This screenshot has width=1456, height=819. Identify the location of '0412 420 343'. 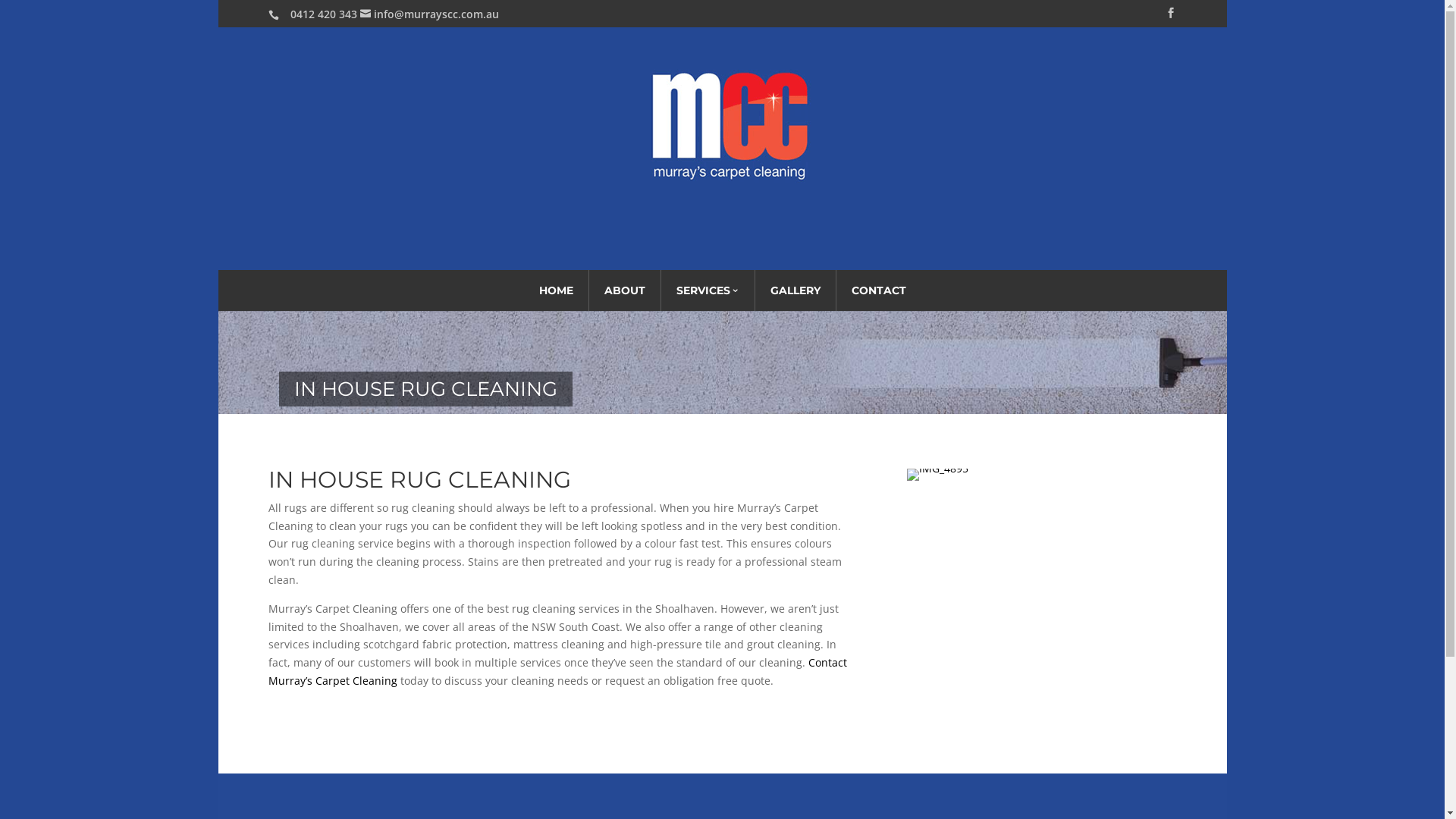
(323, 13).